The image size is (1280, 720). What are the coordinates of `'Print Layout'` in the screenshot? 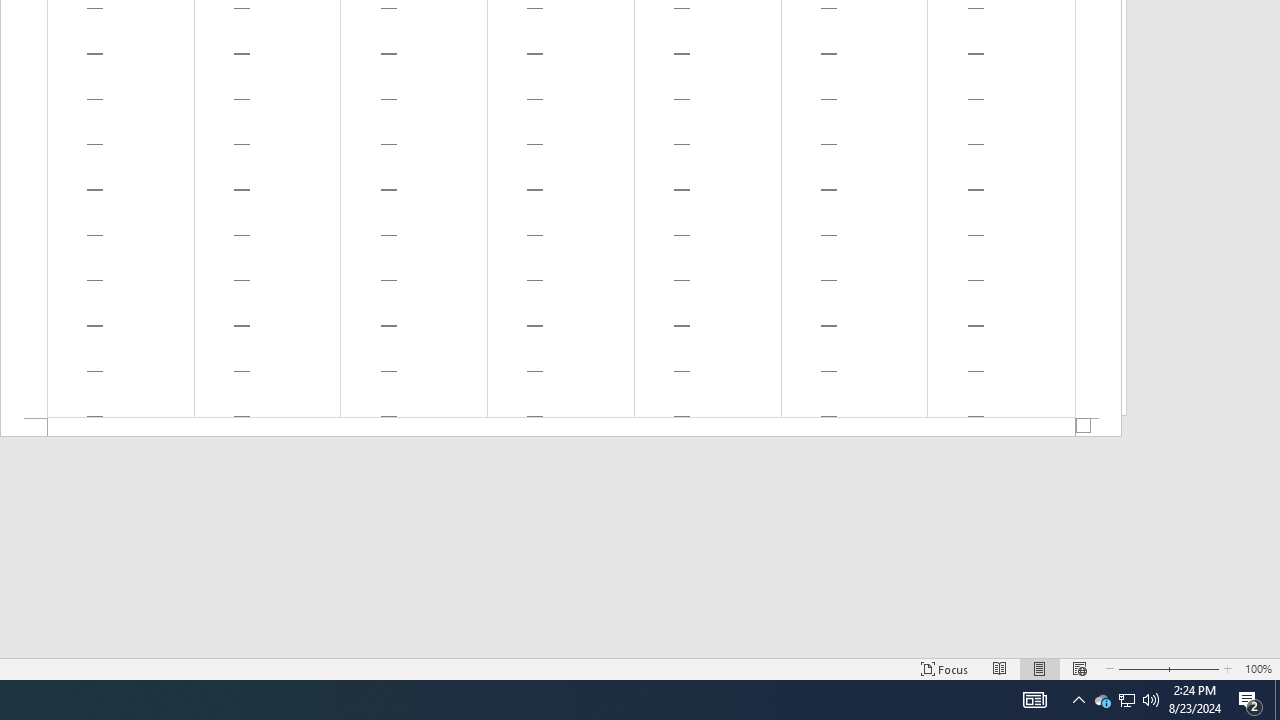 It's located at (1034, 698).